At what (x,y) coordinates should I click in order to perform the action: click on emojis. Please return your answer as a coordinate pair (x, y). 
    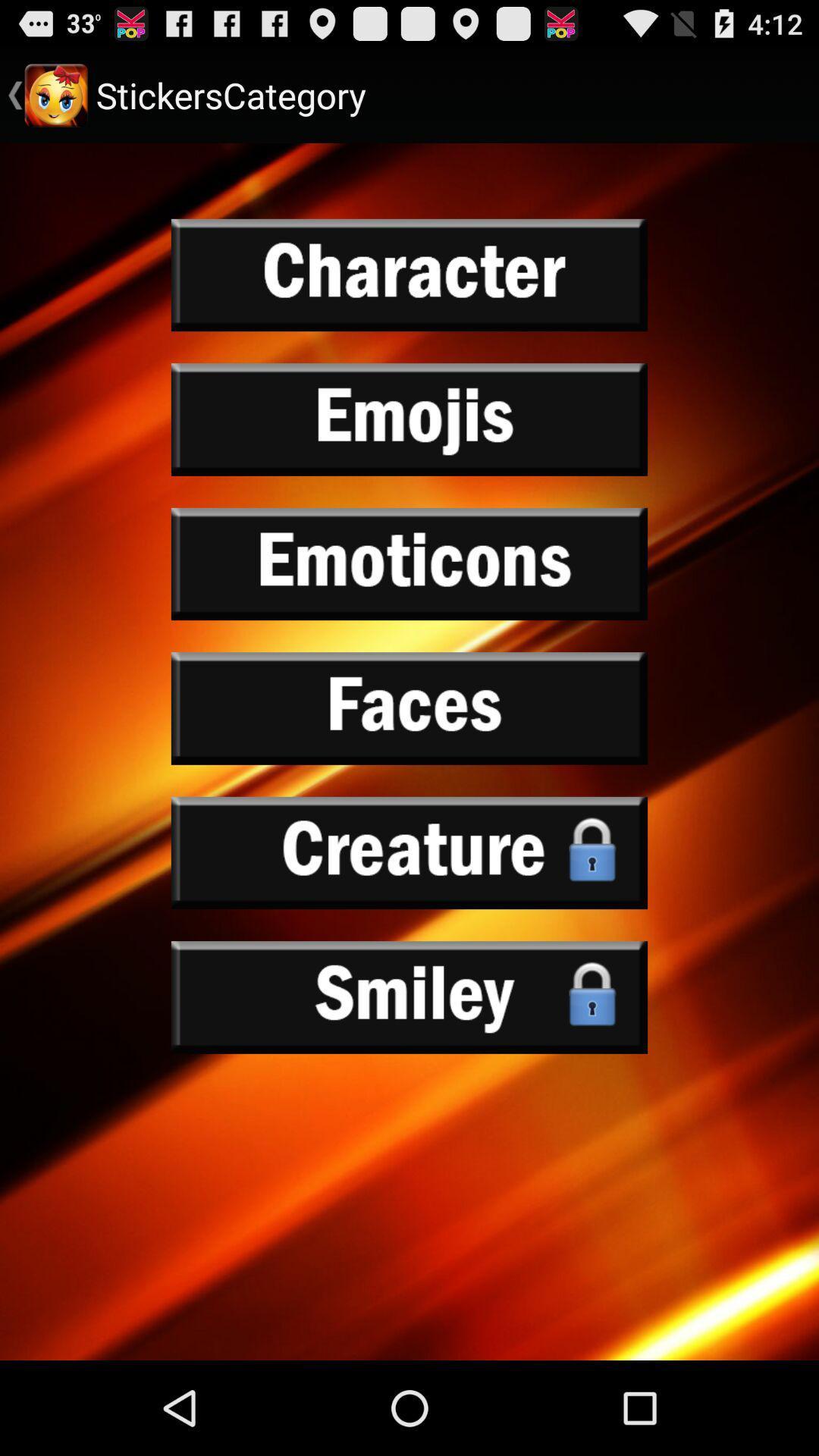
    Looking at the image, I should click on (409, 419).